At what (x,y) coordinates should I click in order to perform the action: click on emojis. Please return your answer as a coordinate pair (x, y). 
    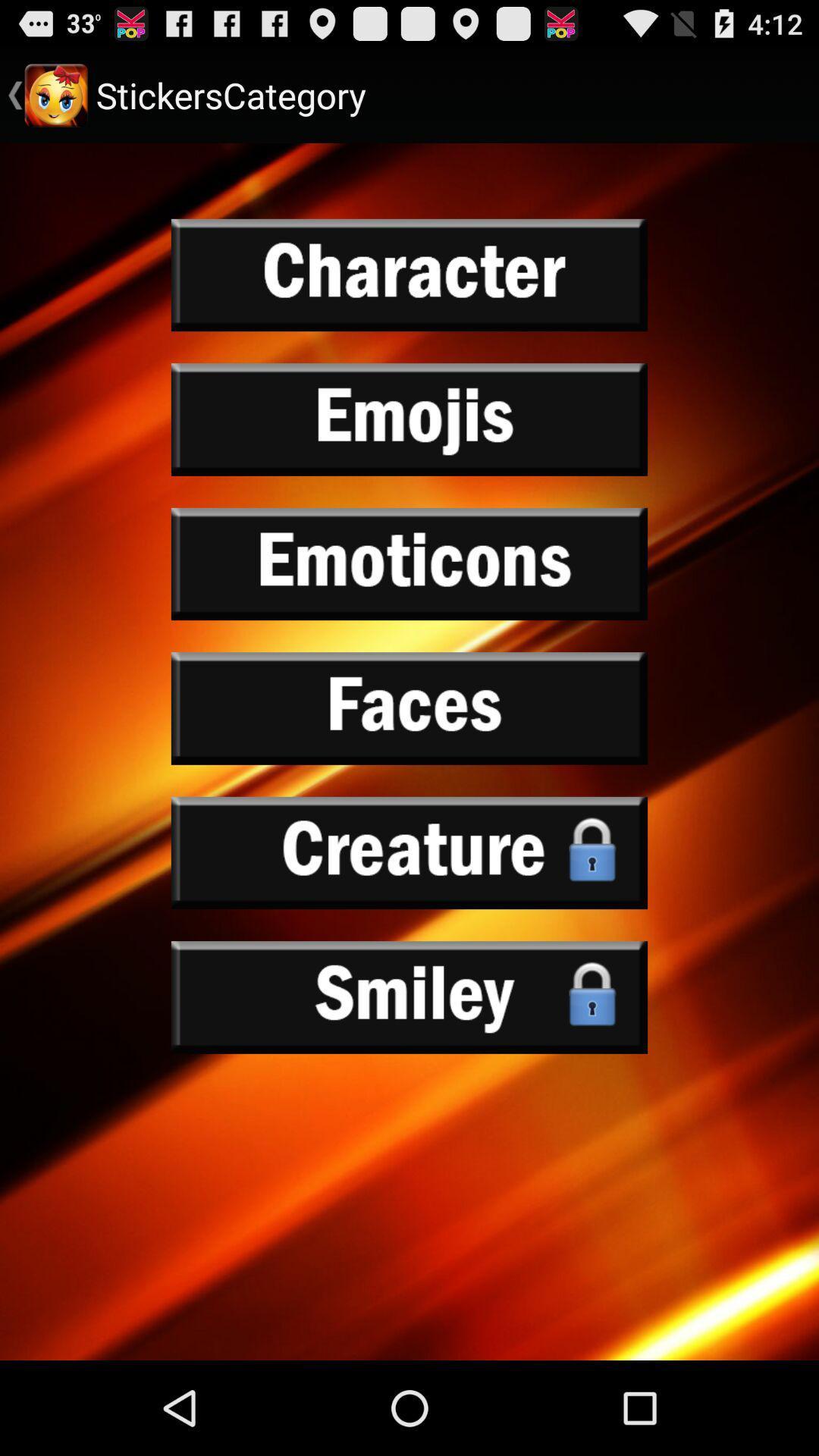
    Looking at the image, I should click on (409, 419).